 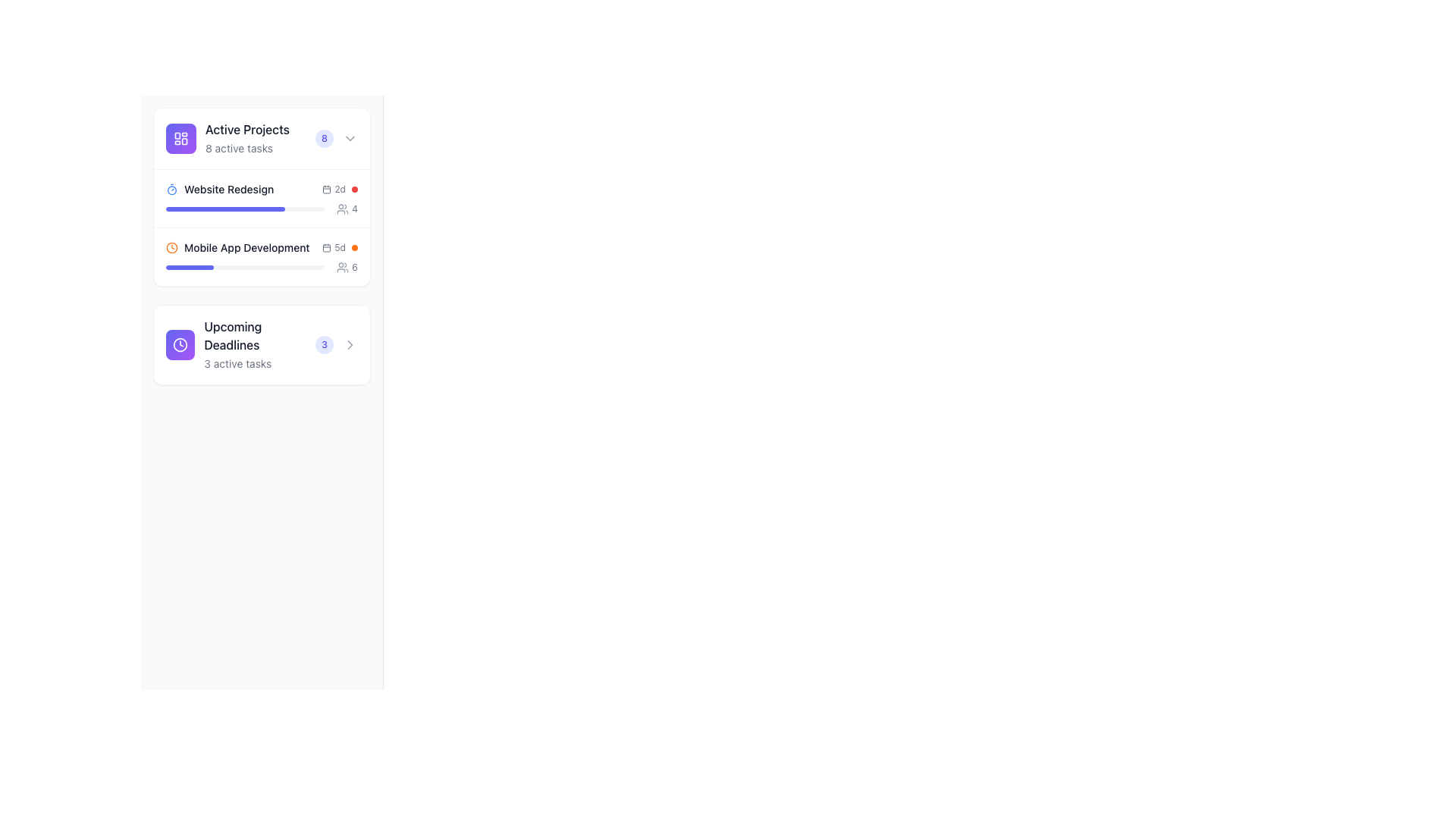 What do you see at coordinates (224, 209) in the screenshot?
I see `the horizontal blue progress bar within the 'Website Redesign' section of 'Active Projects'` at bounding box center [224, 209].